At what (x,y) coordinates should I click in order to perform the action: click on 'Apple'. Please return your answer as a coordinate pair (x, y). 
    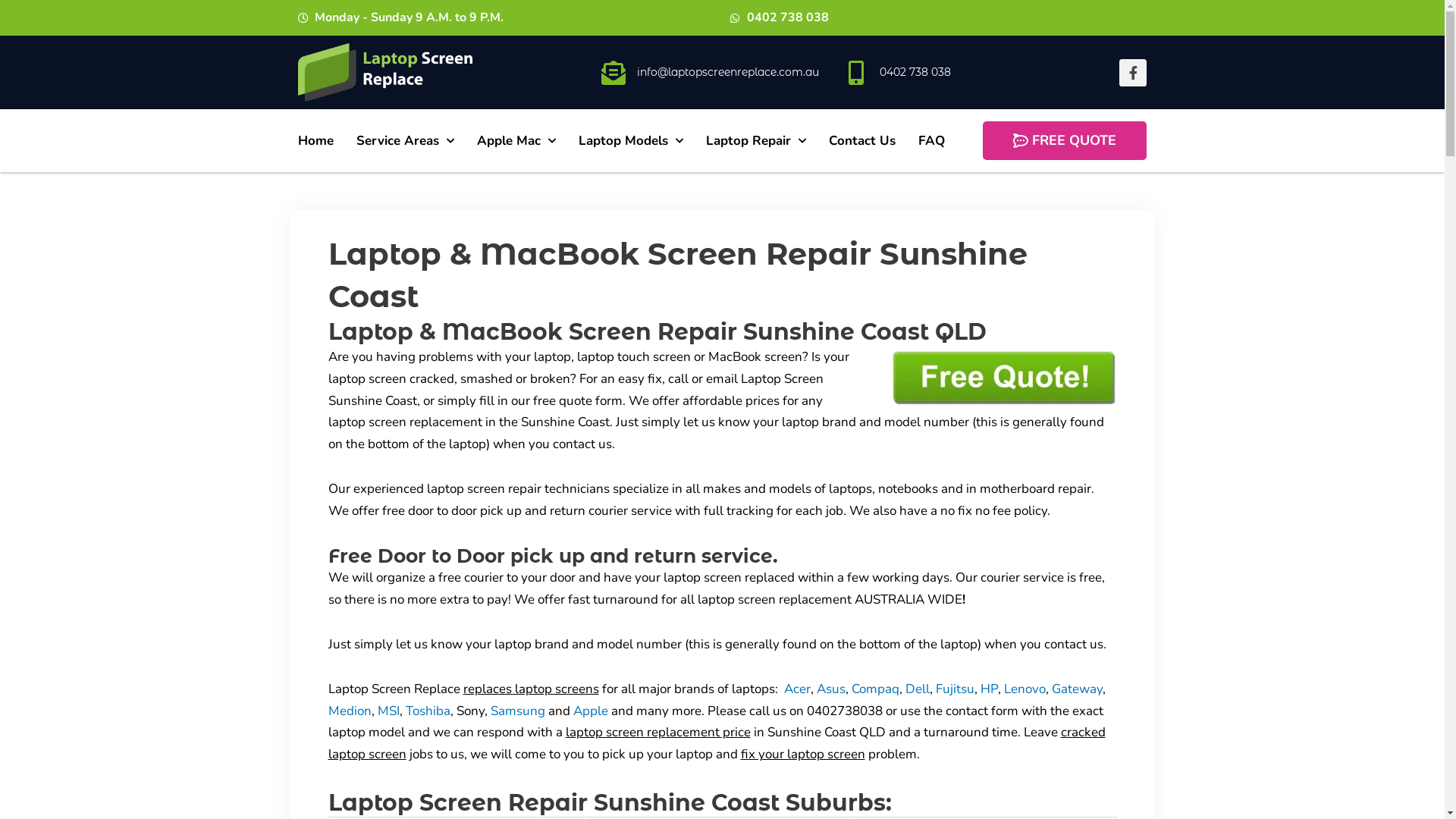
    Looking at the image, I should click on (572, 711).